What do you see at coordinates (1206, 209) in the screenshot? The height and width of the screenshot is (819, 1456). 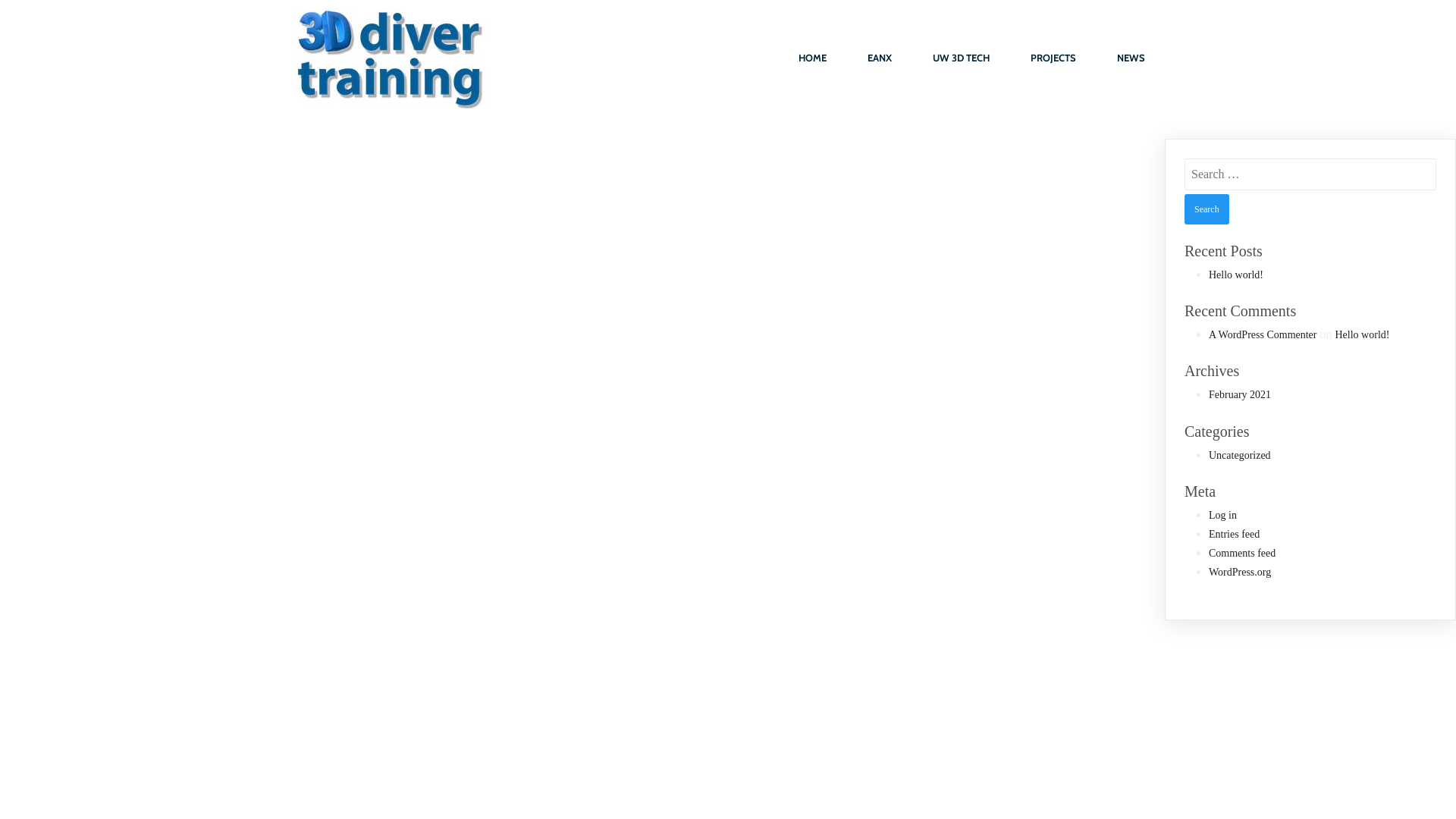 I see `'Search'` at bounding box center [1206, 209].